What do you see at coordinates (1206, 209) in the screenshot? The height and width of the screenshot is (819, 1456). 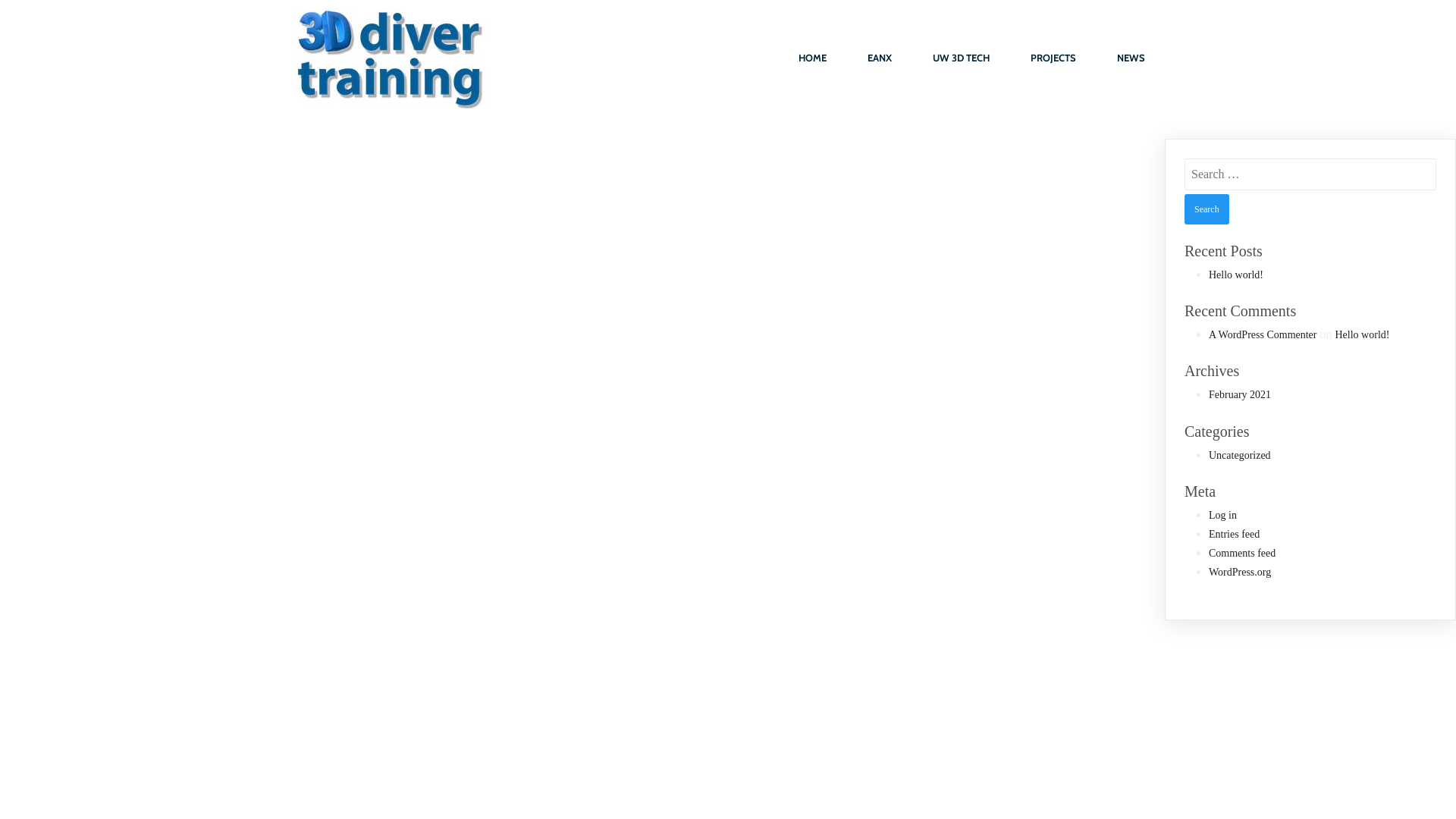 I see `'Search'` at bounding box center [1206, 209].